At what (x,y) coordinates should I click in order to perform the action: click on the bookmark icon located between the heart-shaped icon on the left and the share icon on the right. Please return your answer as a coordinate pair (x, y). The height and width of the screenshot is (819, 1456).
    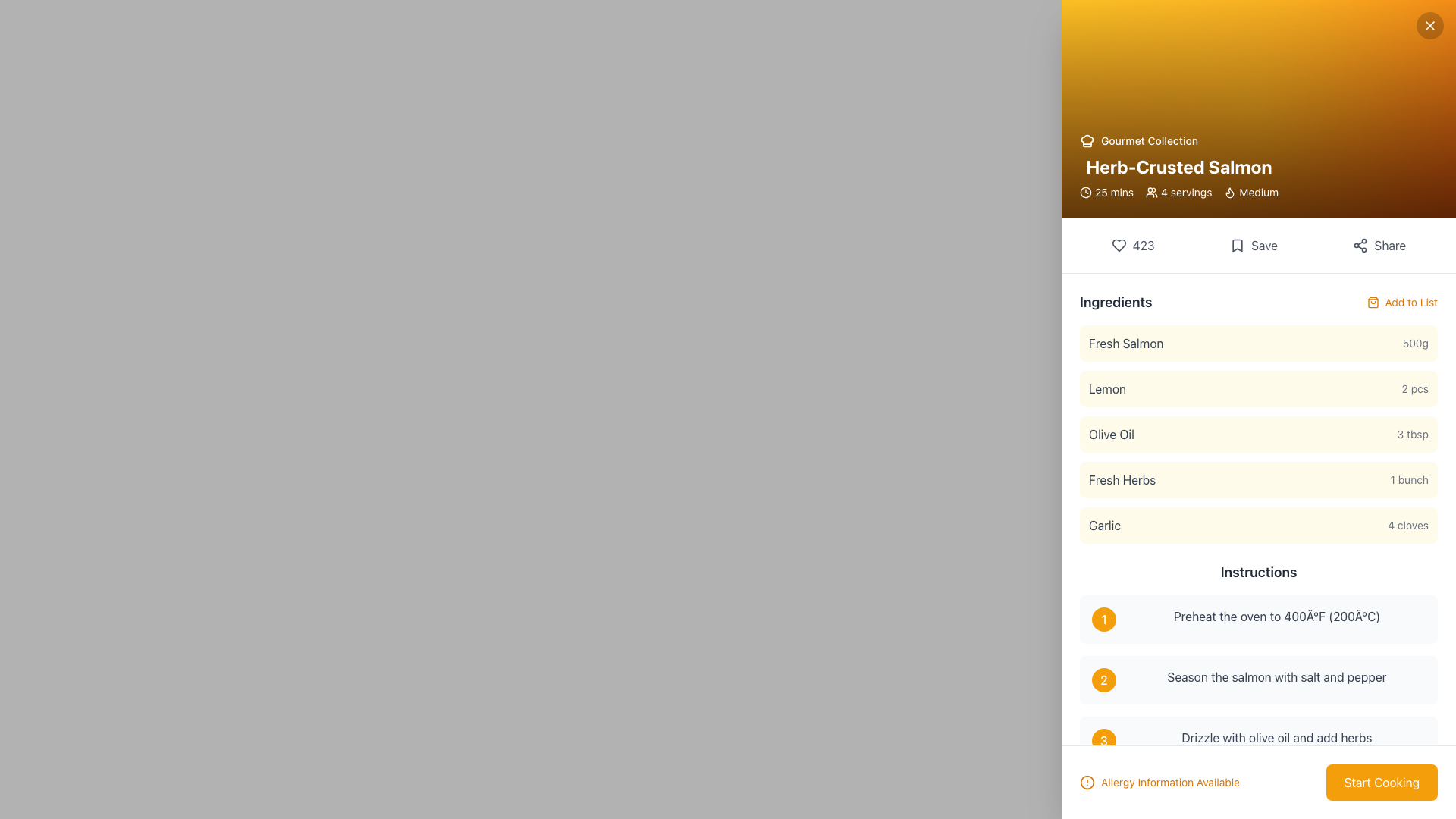
    Looking at the image, I should click on (1238, 245).